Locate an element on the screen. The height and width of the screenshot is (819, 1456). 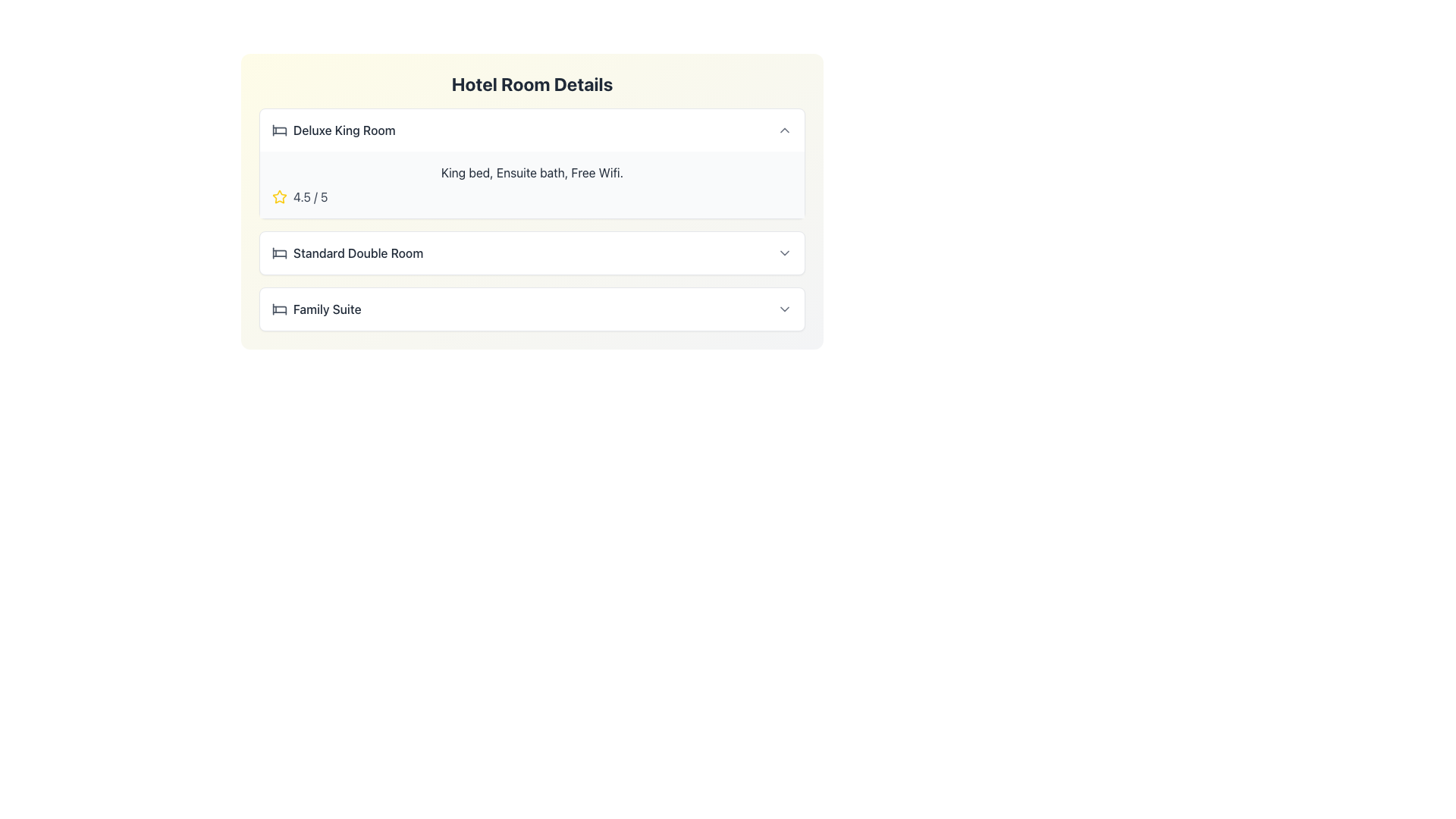
the label that identifies the specific type of hotel room, located in the 'Hotel Room Details' section adjacent to the bed icon is located at coordinates (333, 130).